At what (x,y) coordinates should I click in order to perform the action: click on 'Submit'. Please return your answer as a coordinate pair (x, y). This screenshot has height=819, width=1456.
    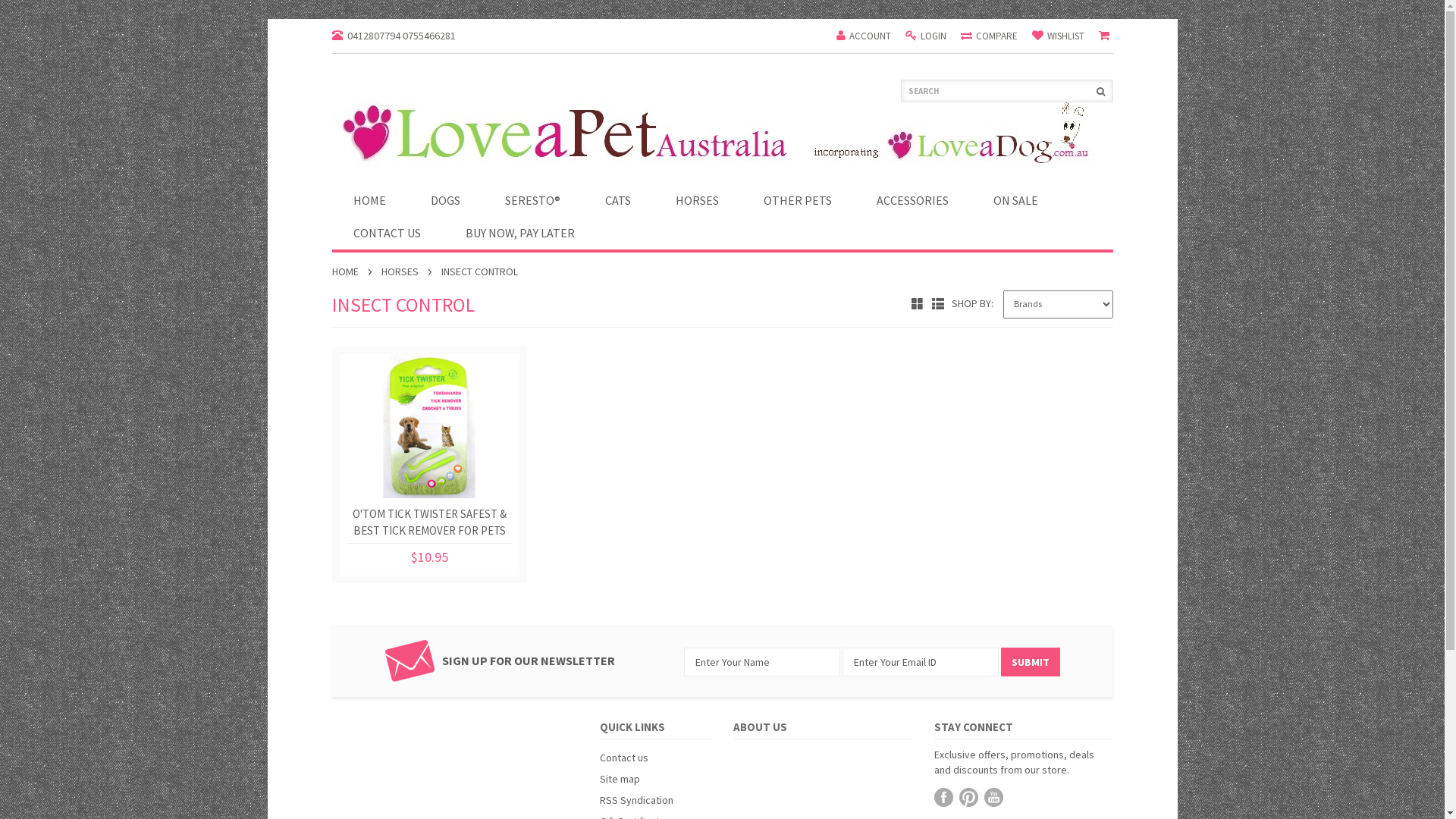
    Looking at the image, I should click on (1030, 661).